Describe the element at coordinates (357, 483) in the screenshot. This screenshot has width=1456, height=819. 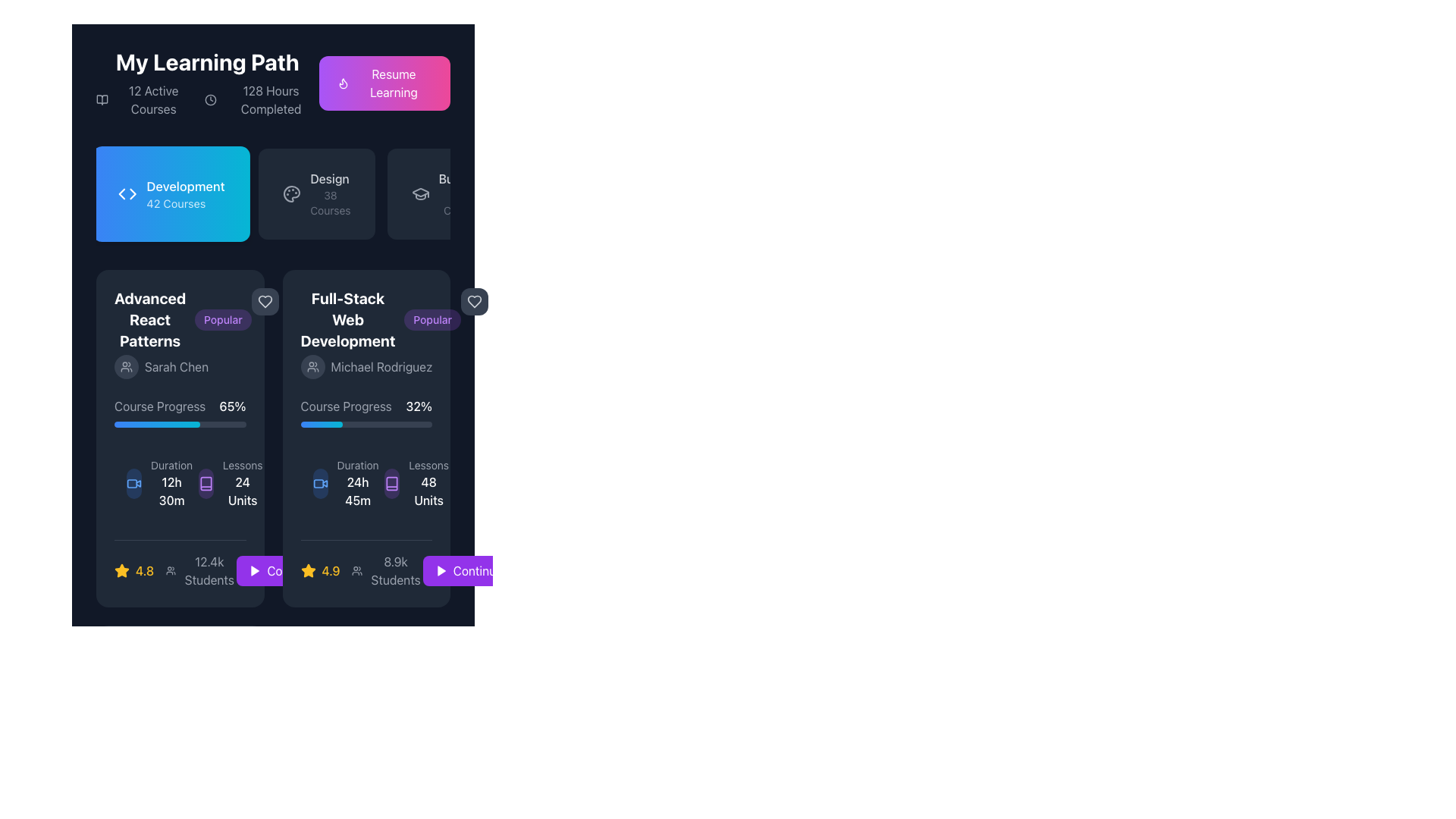
I see `the text display indicating the total duration of the 'Full-Stack Web Development' course, located in the lower-left section of the card` at that location.